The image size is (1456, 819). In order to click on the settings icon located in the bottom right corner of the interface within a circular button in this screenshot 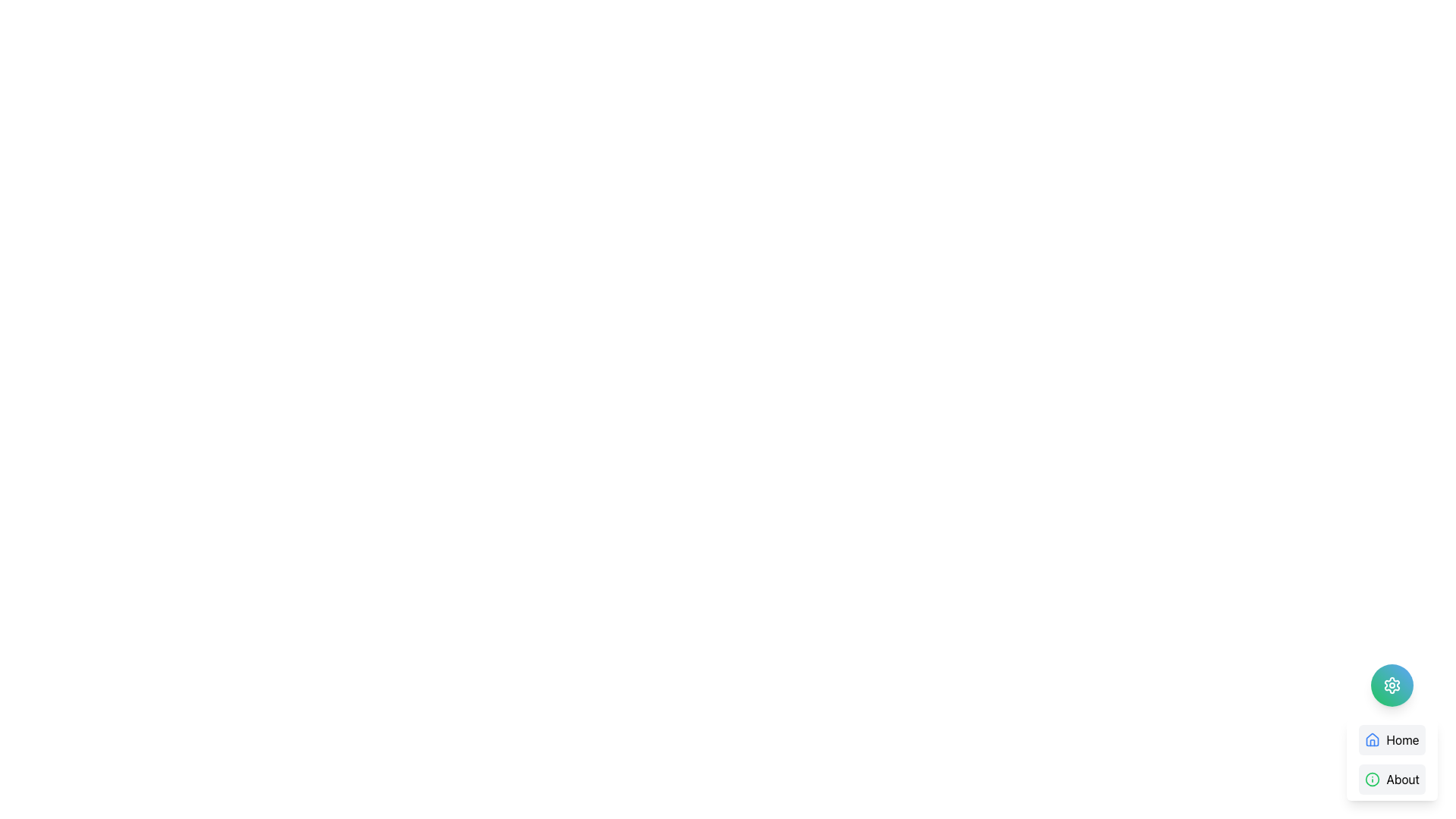, I will do `click(1392, 685)`.